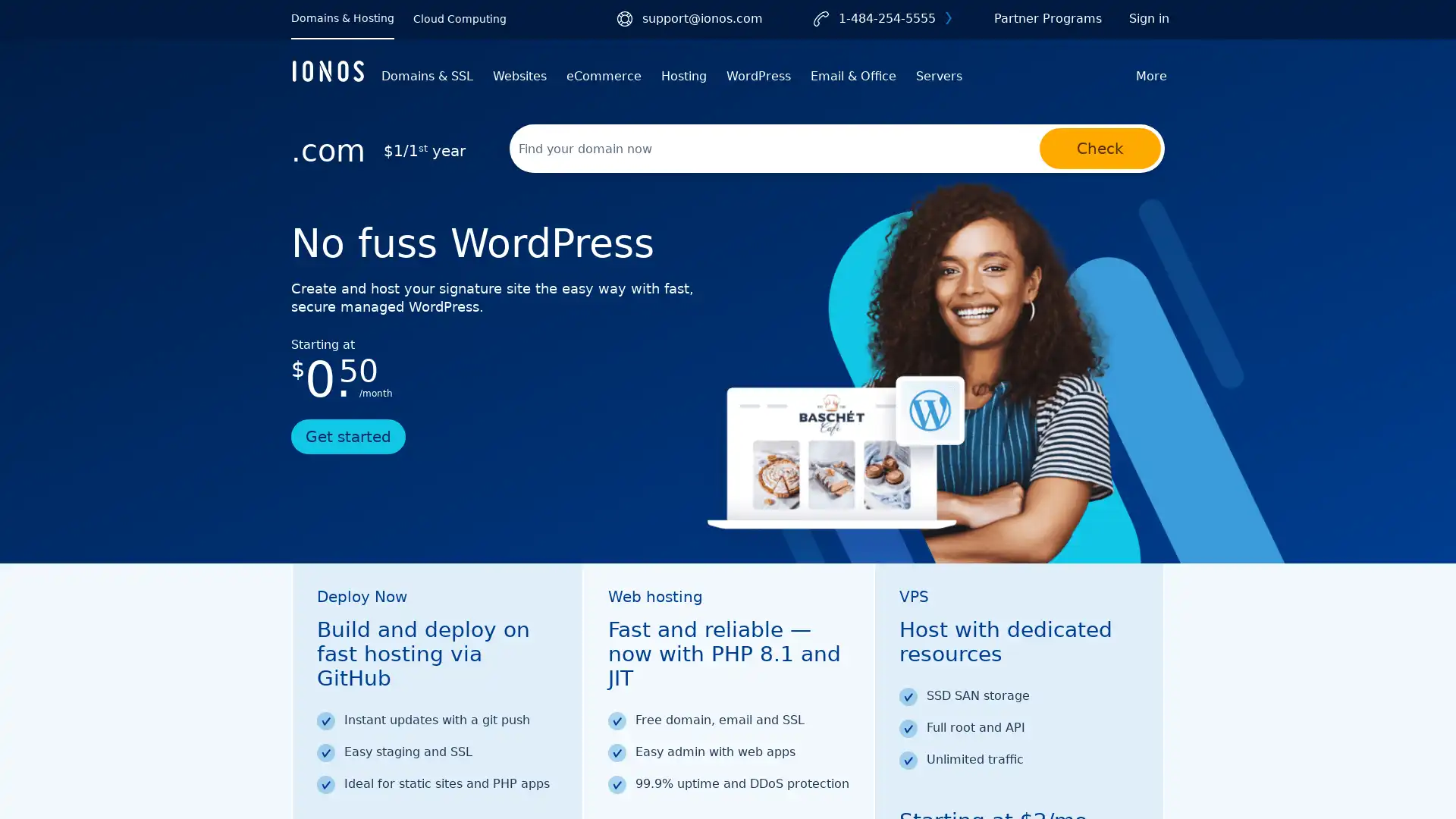  What do you see at coordinates (1151, 76) in the screenshot?
I see `More` at bounding box center [1151, 76].